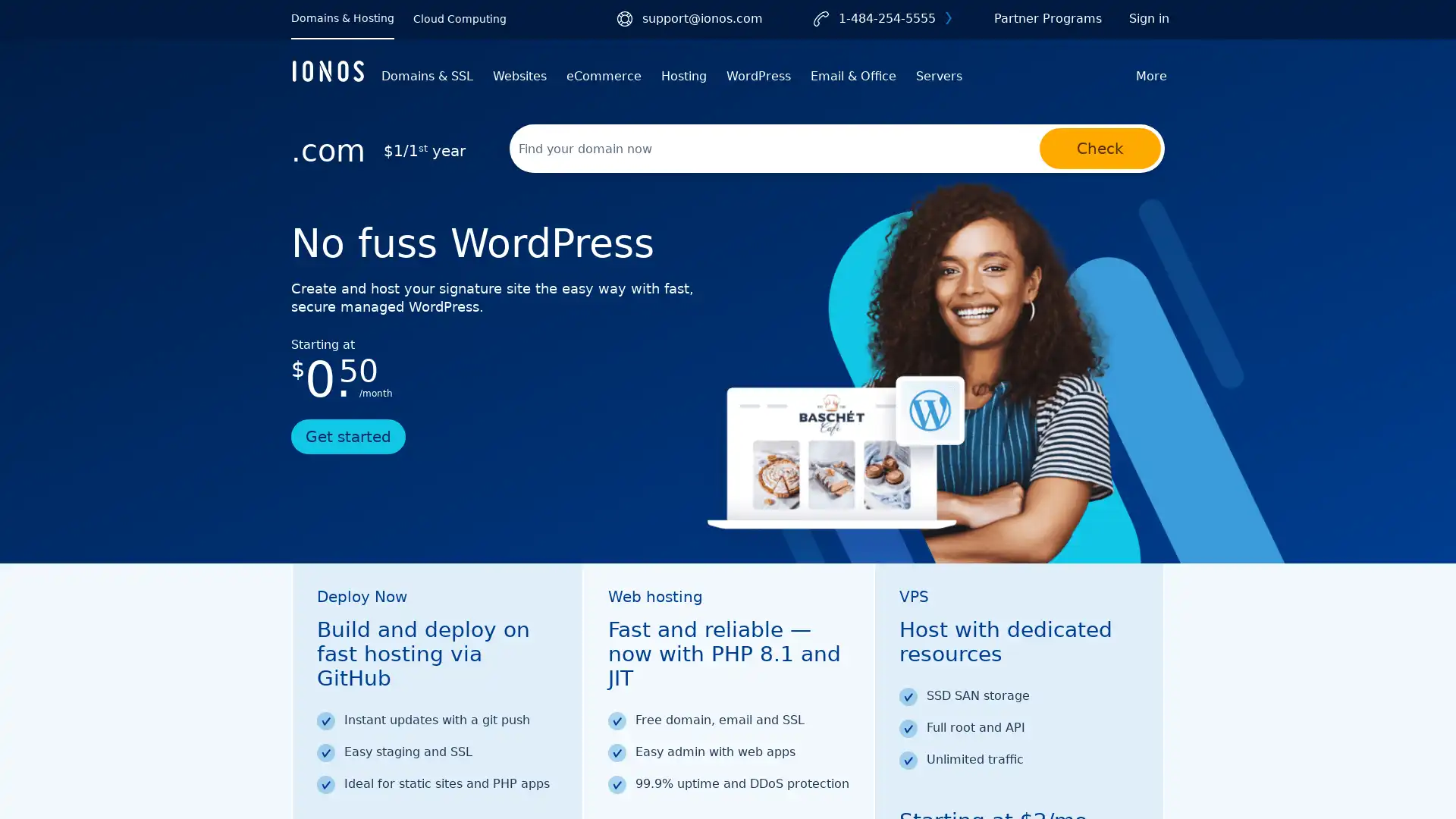  What do you see at coordinates (1151, 76) in the screenshot?
I see `More` at bounding box center [1151, 76].